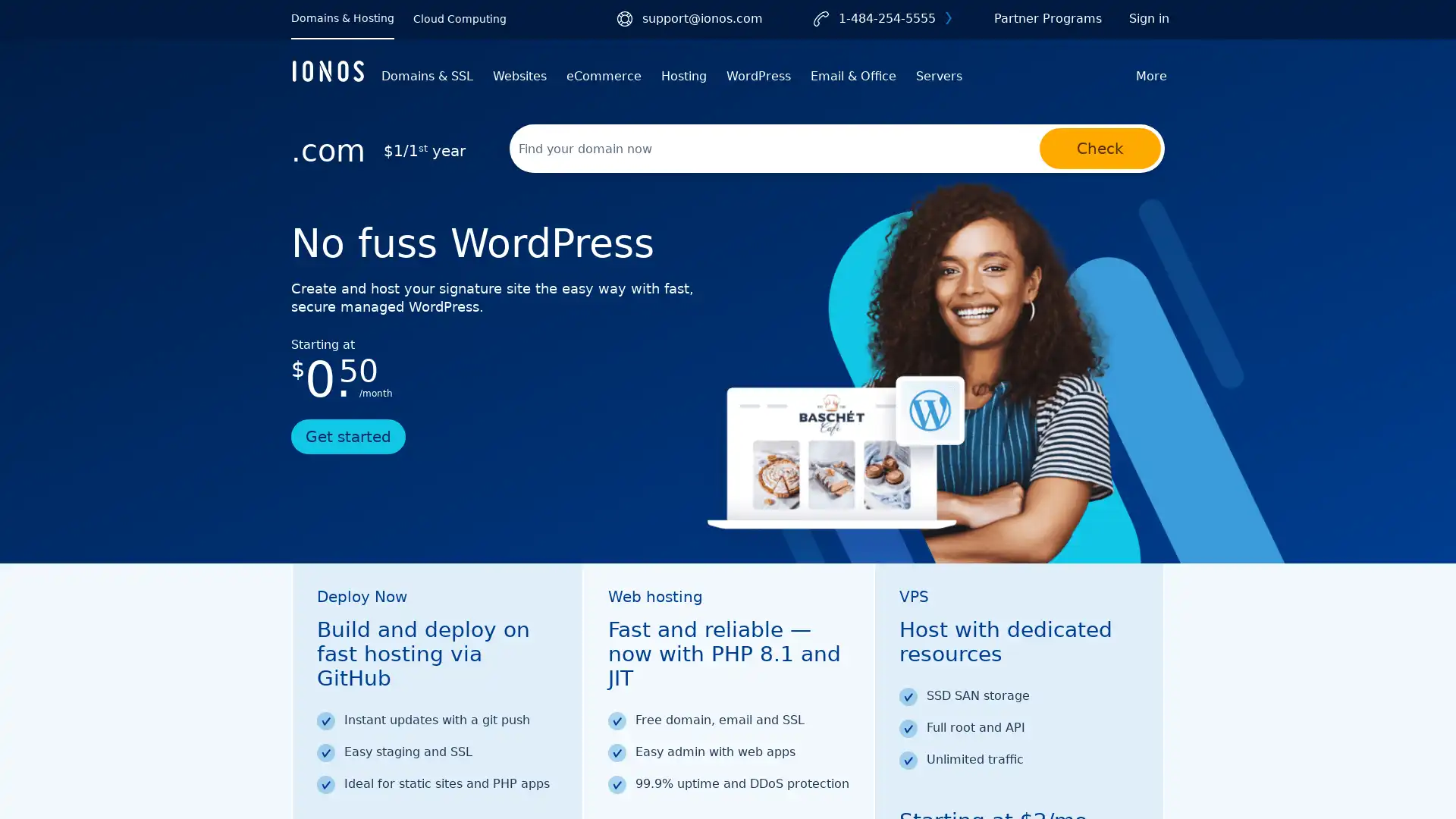  What do you see at coordinates (1151, 76) in the screenshot?
I see `More` at bounding box center [1151, 76].